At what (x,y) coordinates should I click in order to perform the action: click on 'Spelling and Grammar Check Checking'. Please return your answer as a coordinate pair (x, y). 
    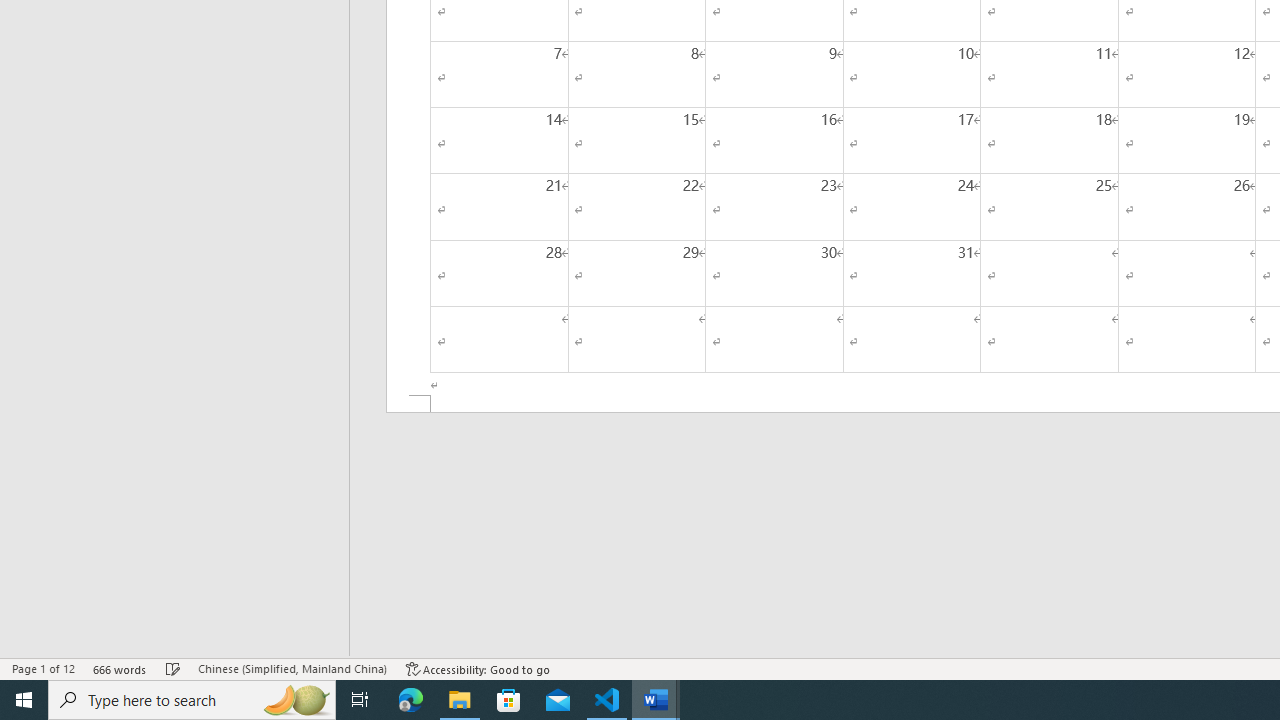
    Looking at the image, I should click on (173, 669).